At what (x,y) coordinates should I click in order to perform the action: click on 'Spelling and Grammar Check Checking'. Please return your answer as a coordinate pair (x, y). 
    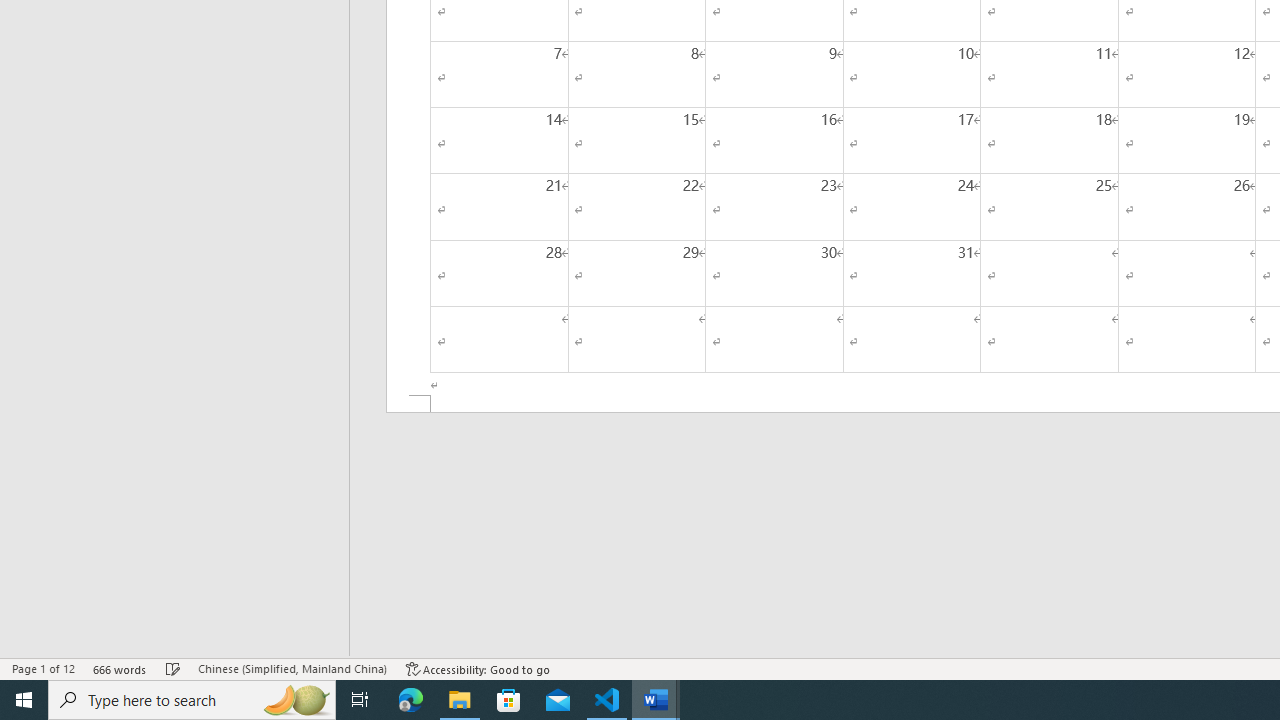
    Looking at the image, I should click on (173, 669).